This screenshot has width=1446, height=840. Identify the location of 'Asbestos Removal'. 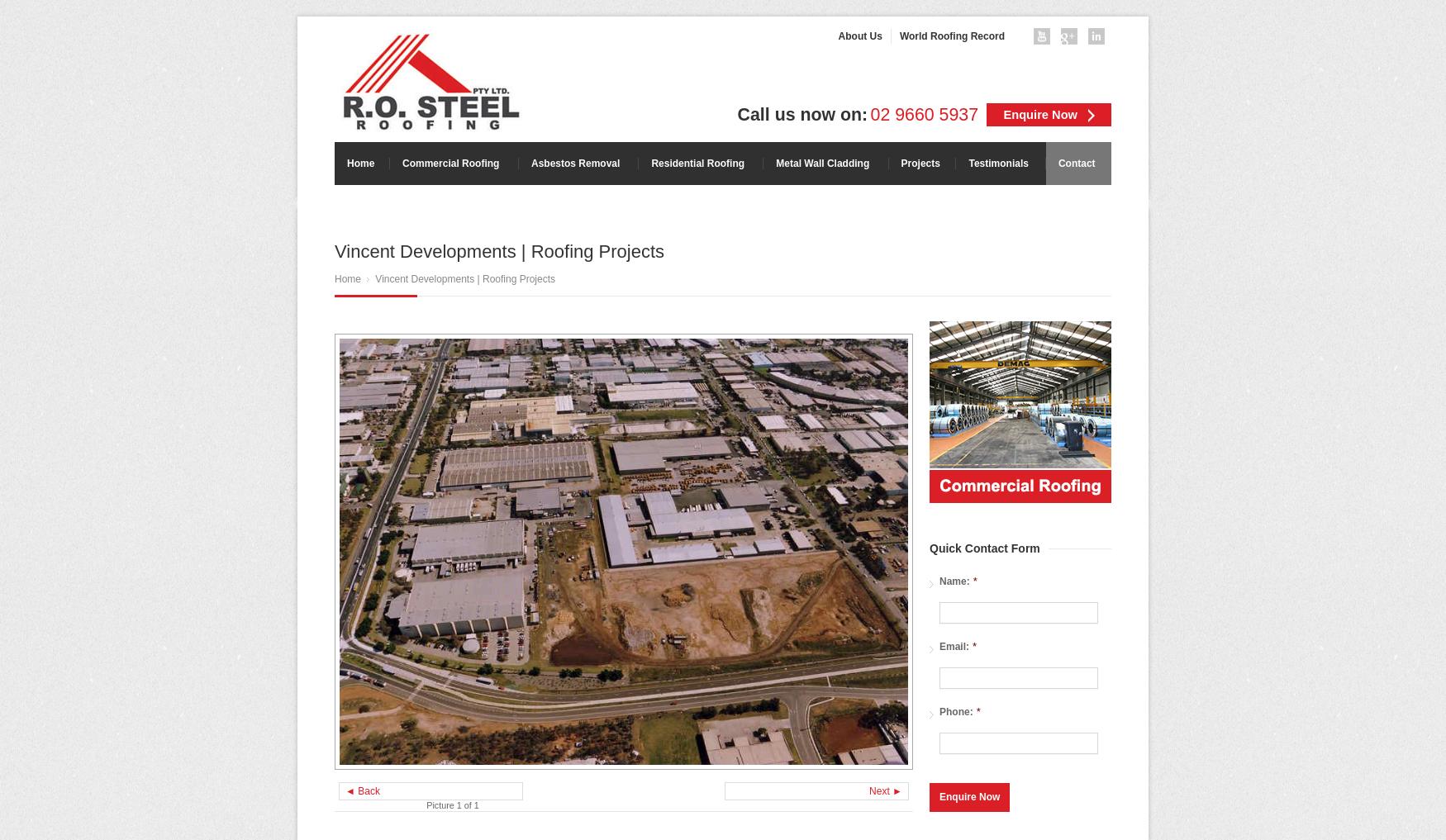
(574, 164).